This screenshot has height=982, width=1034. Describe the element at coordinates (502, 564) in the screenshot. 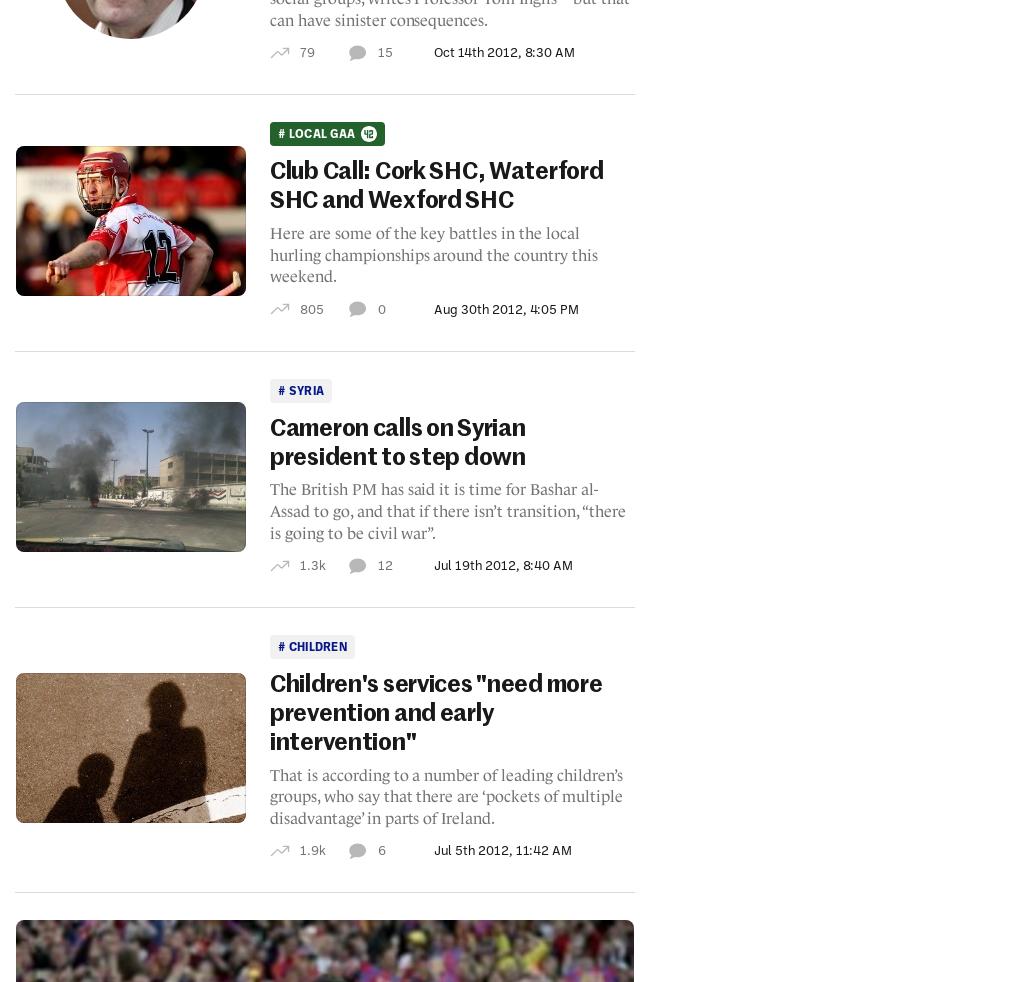

I see `'Jul 19th 2012, 8:40 AM'` at that location.